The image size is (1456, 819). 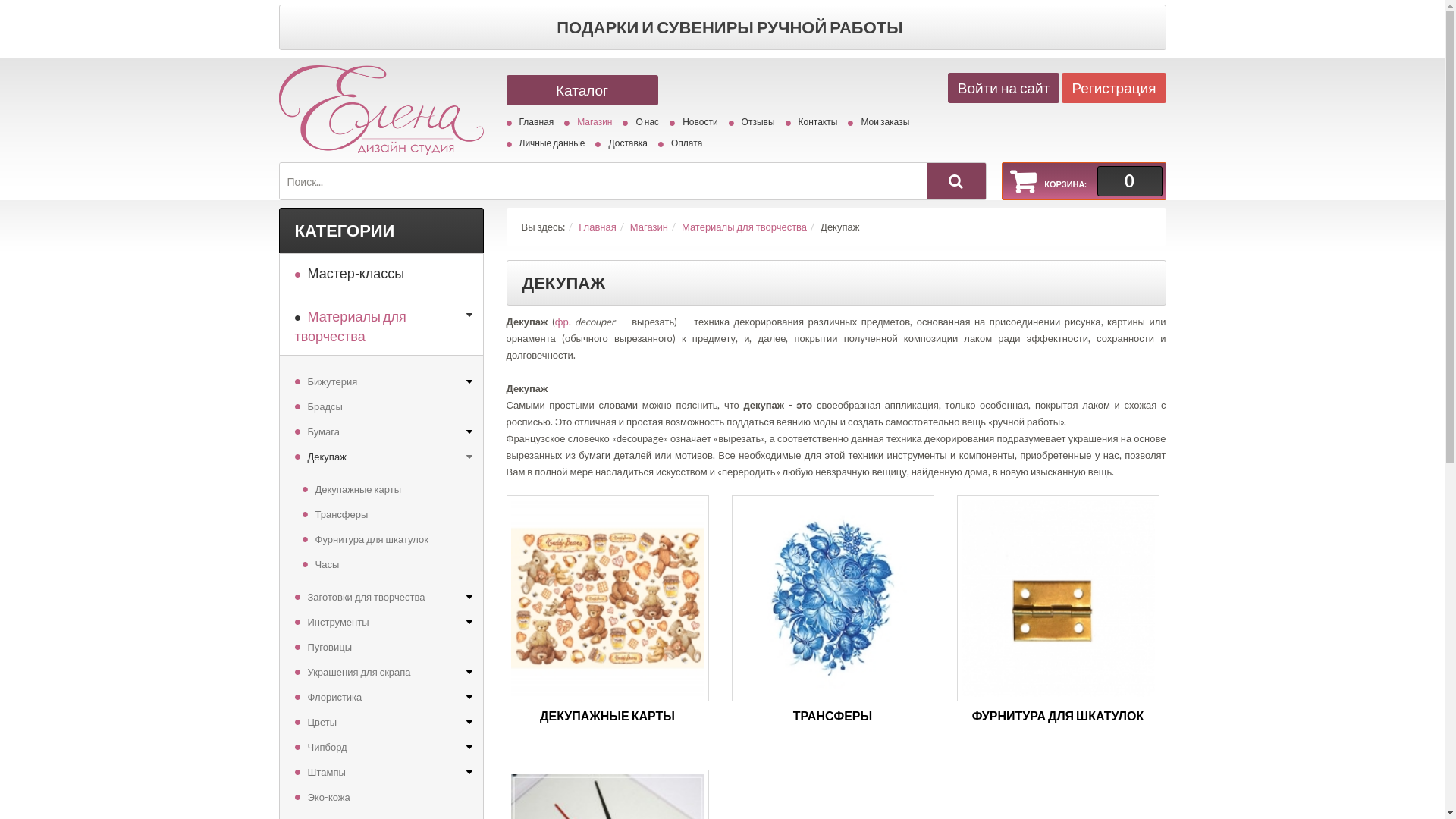 What do you see at coordinates (1128, 180) in the screenshot?
I see `'0'` at bounding box center [1128, 180].